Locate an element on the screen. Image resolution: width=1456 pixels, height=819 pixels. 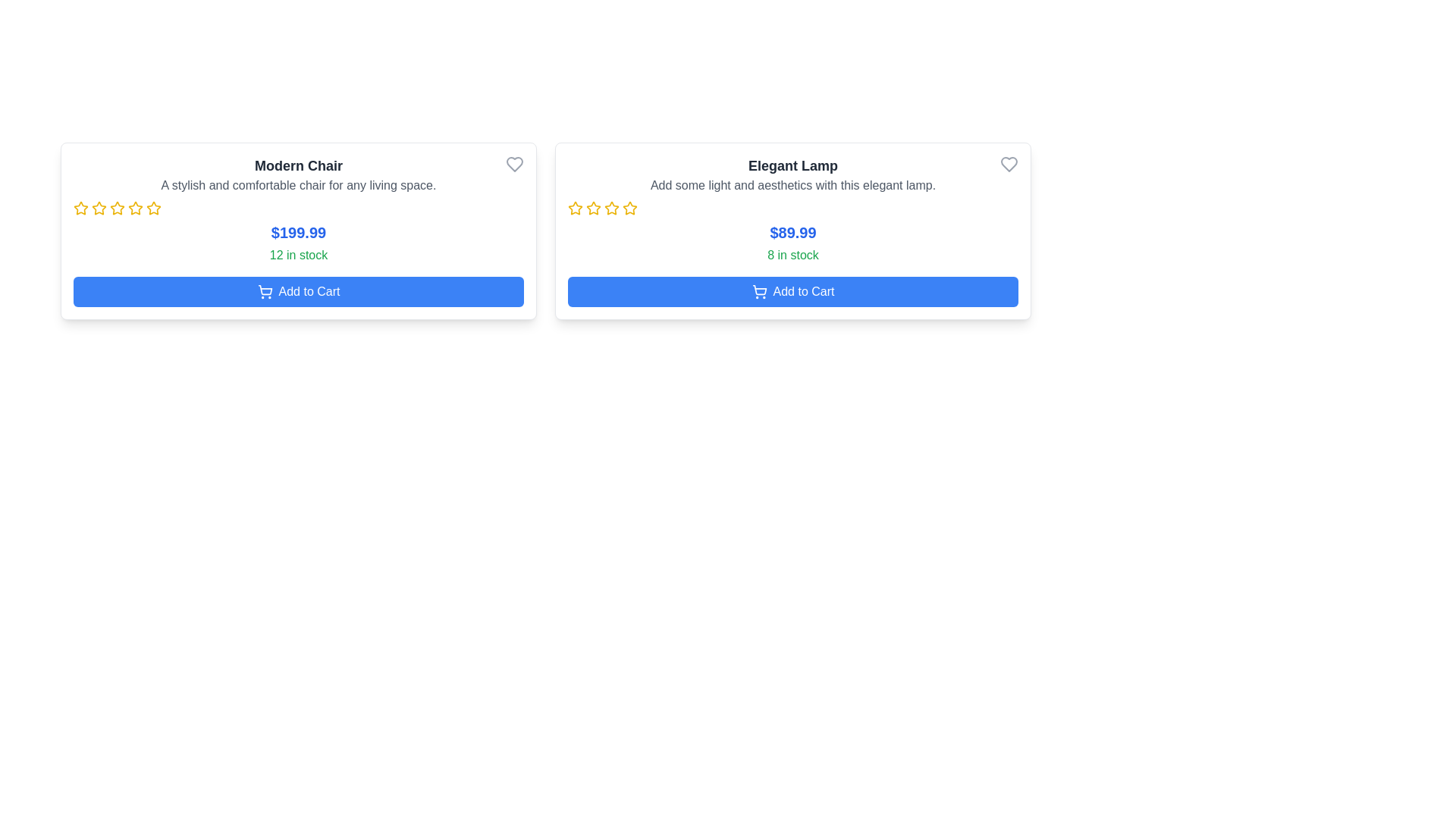
second star icon in the product rating section located beneath the title 'Modern Chair' for visual information is located at coordinates (98, 208).